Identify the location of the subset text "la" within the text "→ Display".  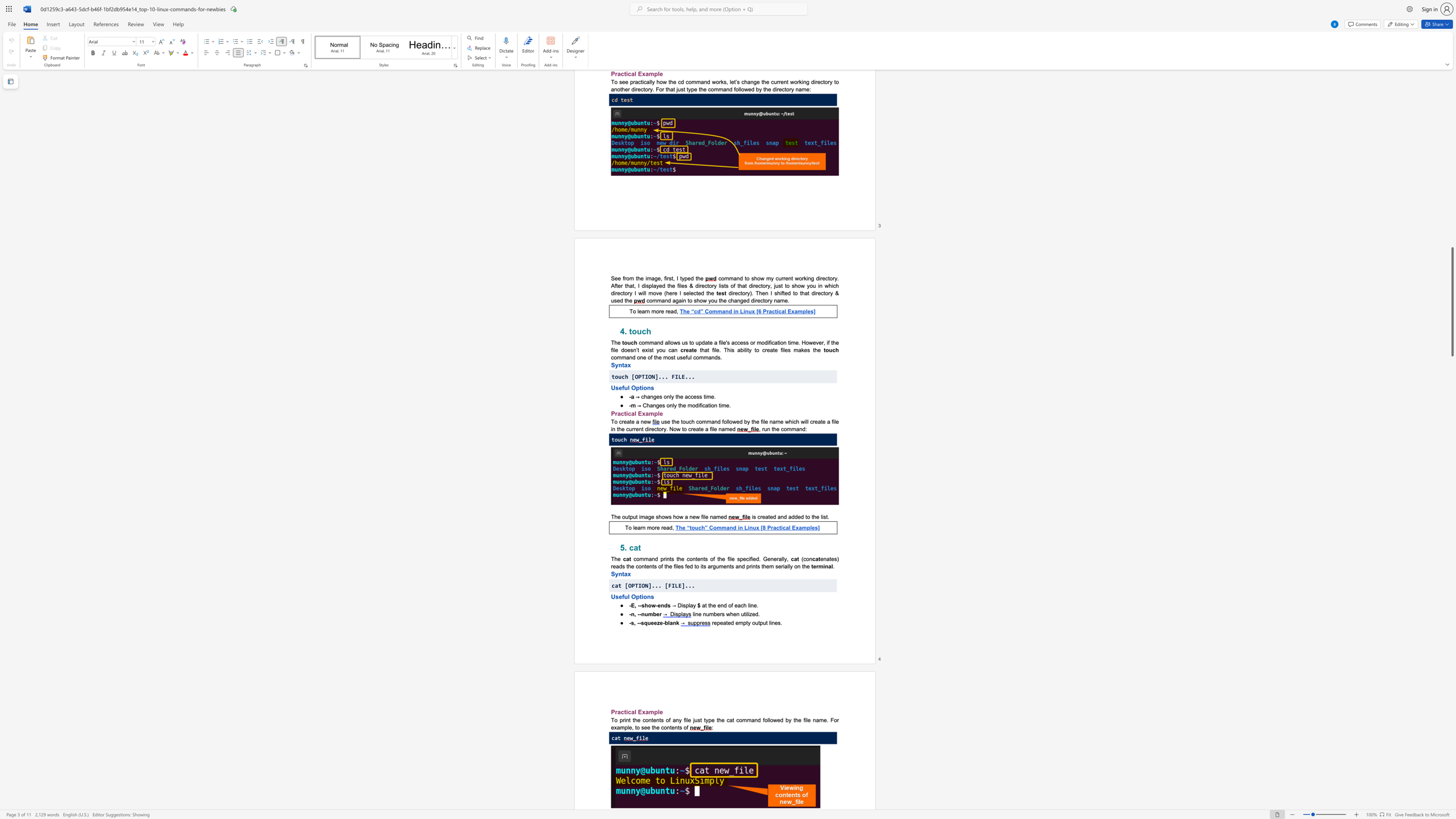
(688, 605).